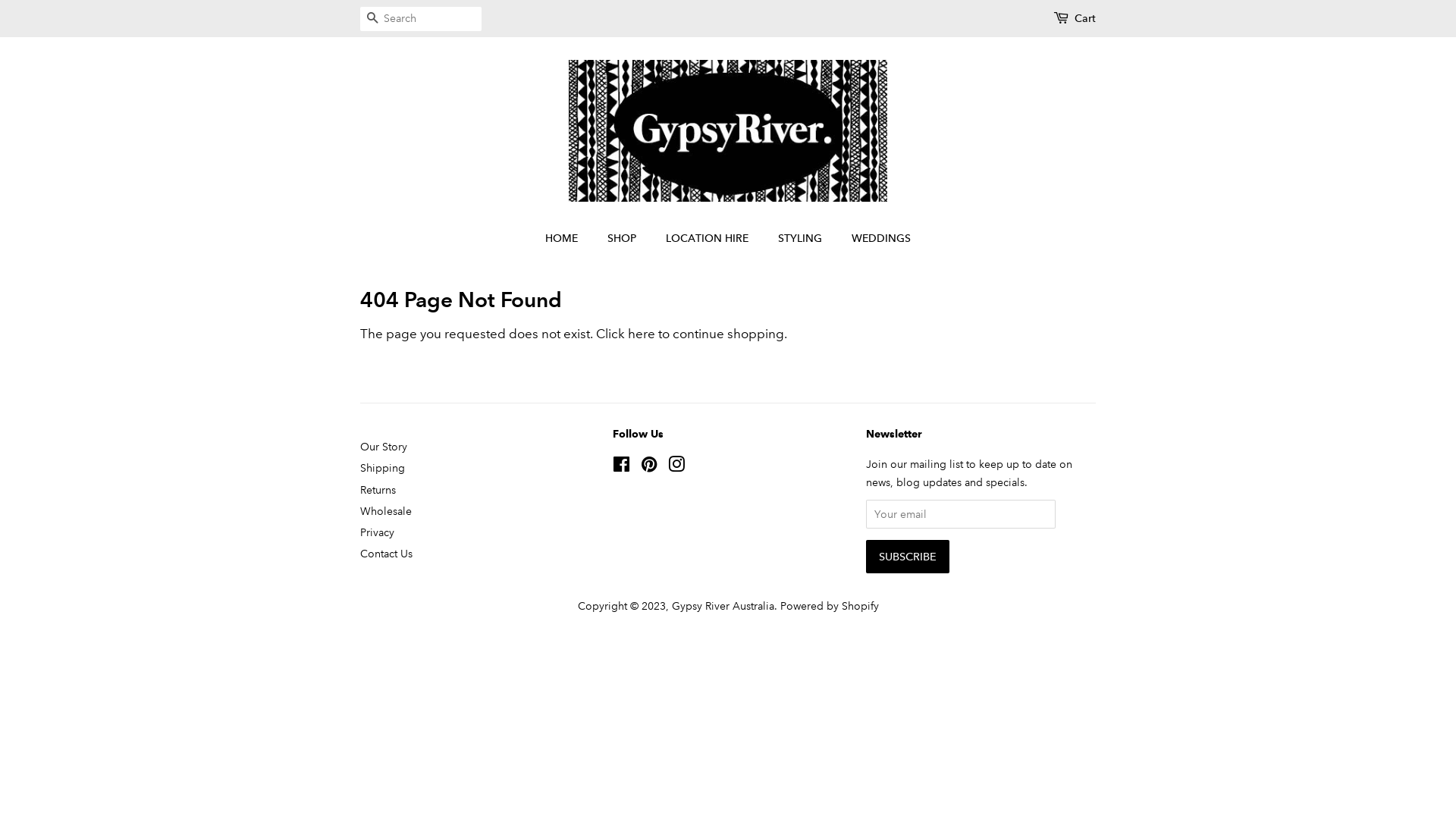 This screenshot has width=1456, height=819. Describe the element at coordinates (875, 239) in the screenshot. I see `'WEDDINGS'` at that location.